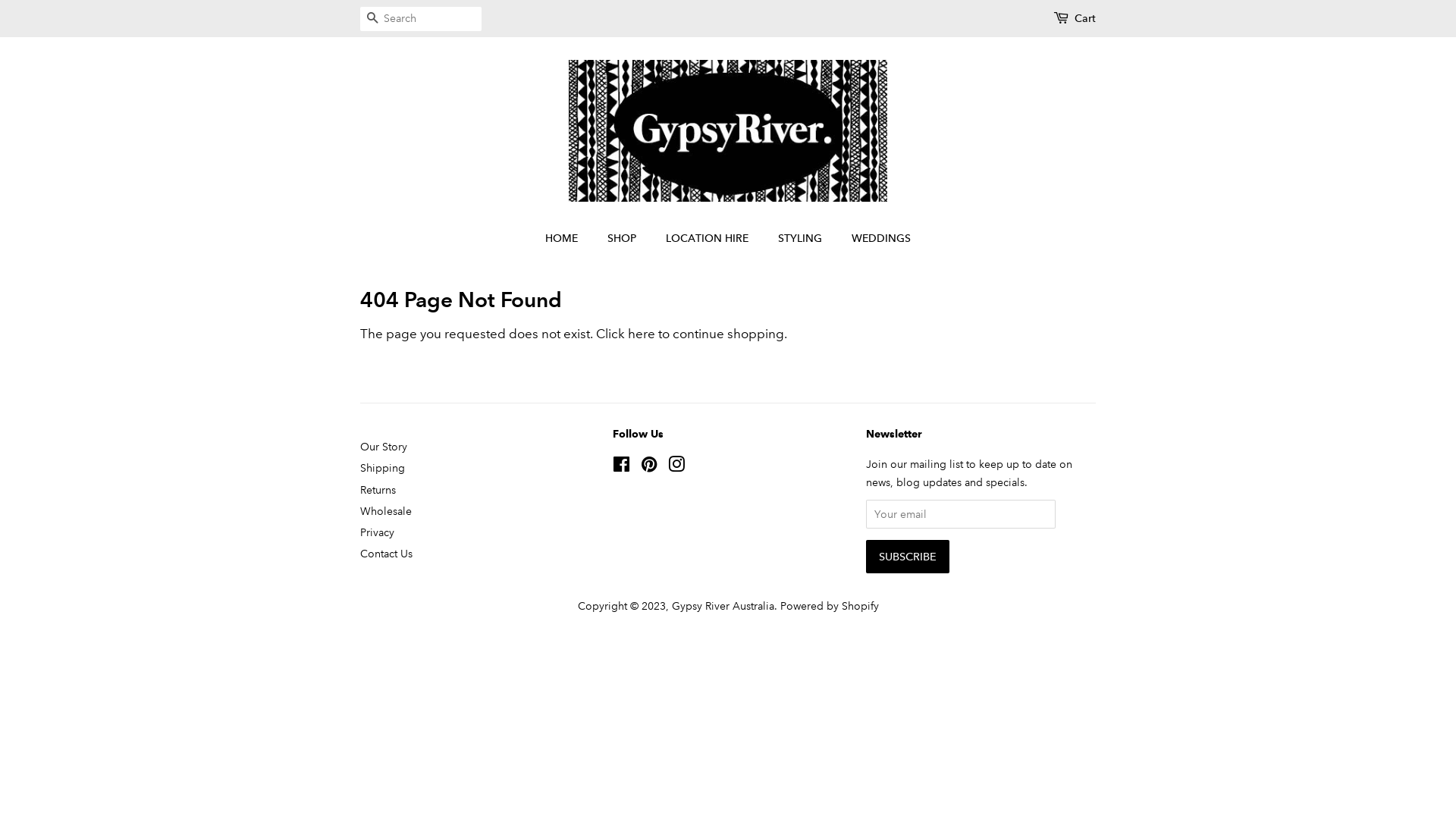 This screenshot has width=1456, height=819. Describe the element at coordinates (875, 239) in the screenshot. I see `'WEDDINGS'` at that location.